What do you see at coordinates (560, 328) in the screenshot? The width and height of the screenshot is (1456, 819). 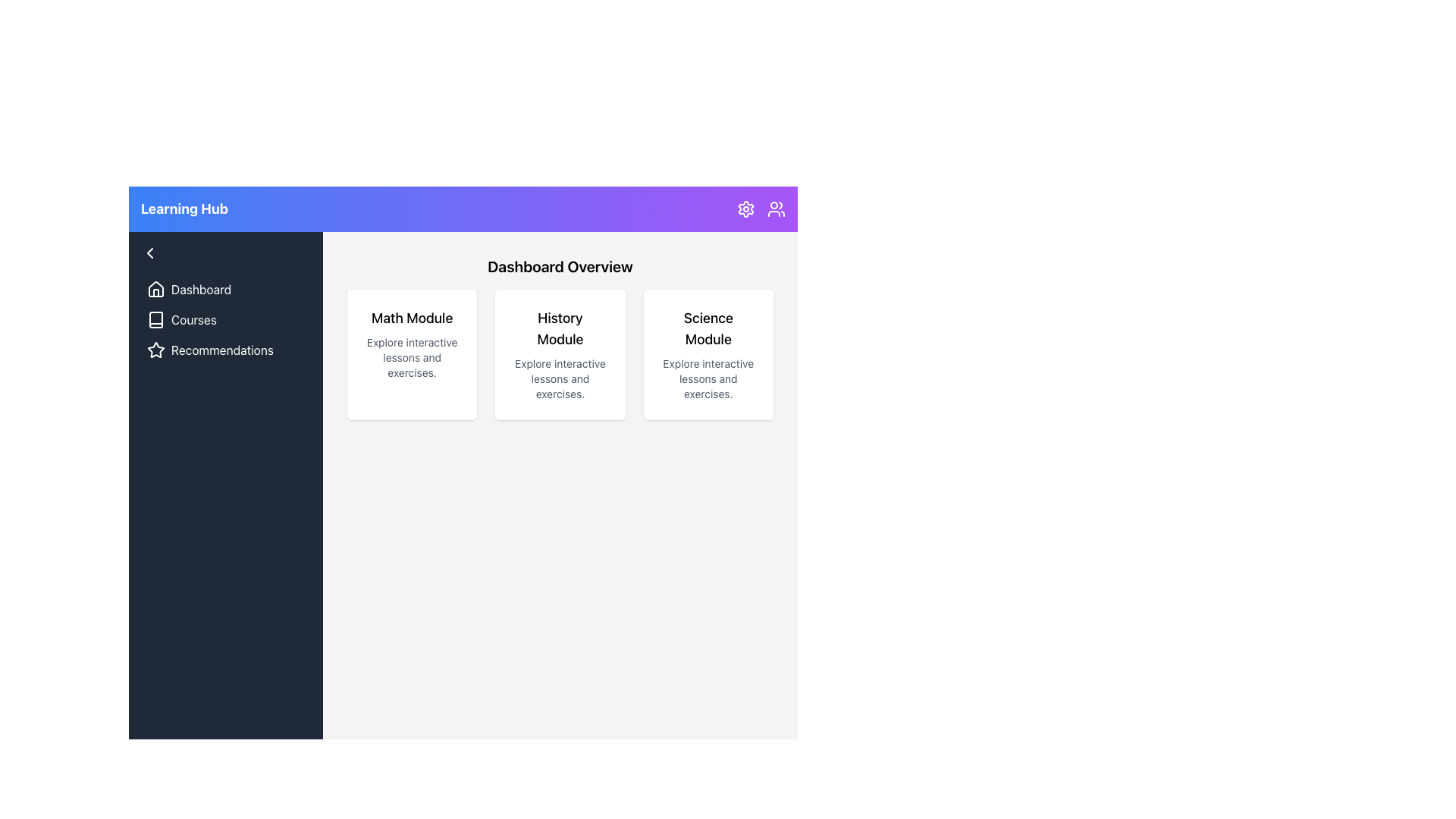 I see `text of the heading located at the center of the second card in the 'Dashboard Overview' section` at bounding box center [560, 328].